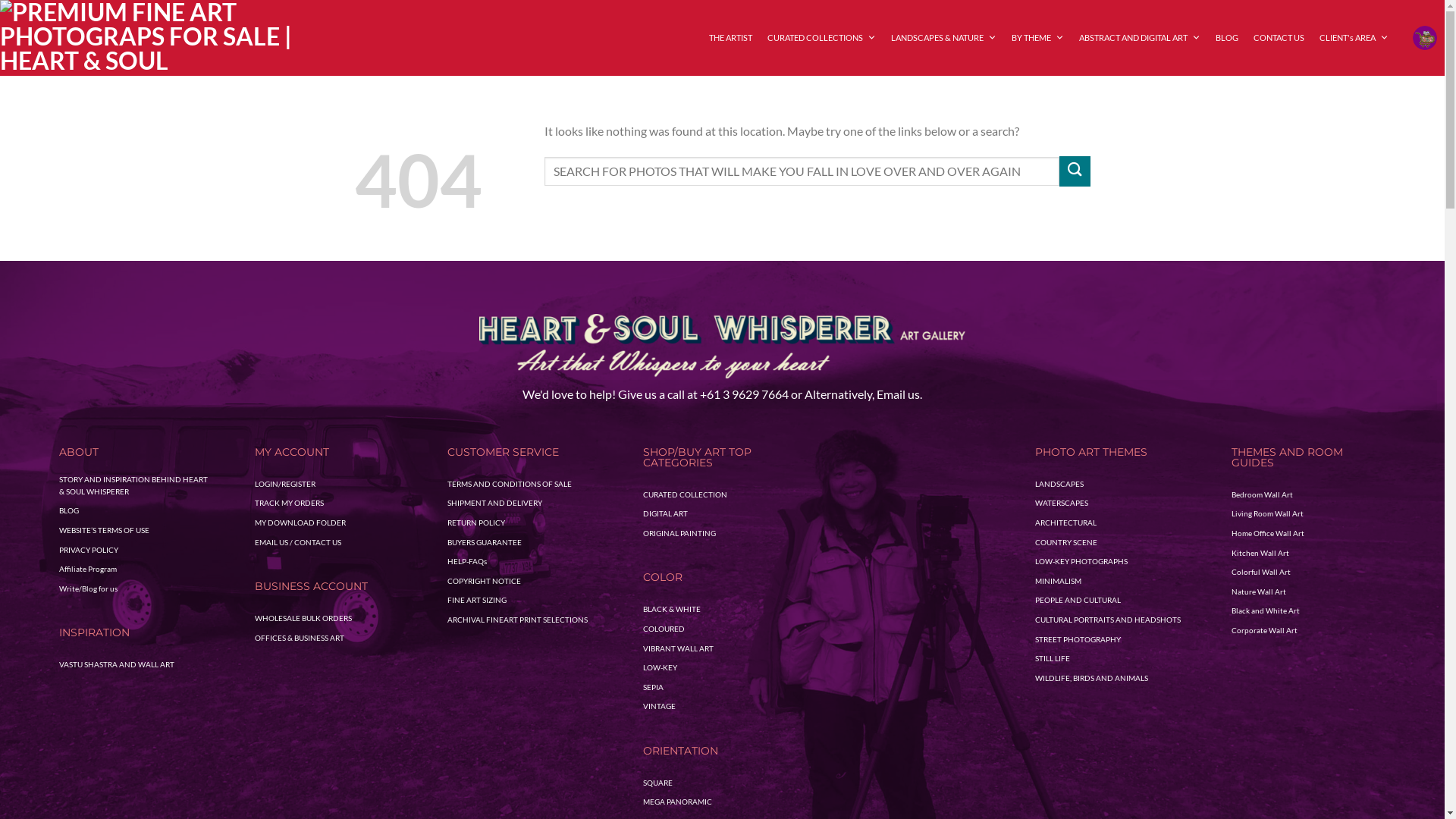  What do you see at coordinates (643, 629) in the screenshot?
I see `'COLOURED'` at bounding box center [643, 629].